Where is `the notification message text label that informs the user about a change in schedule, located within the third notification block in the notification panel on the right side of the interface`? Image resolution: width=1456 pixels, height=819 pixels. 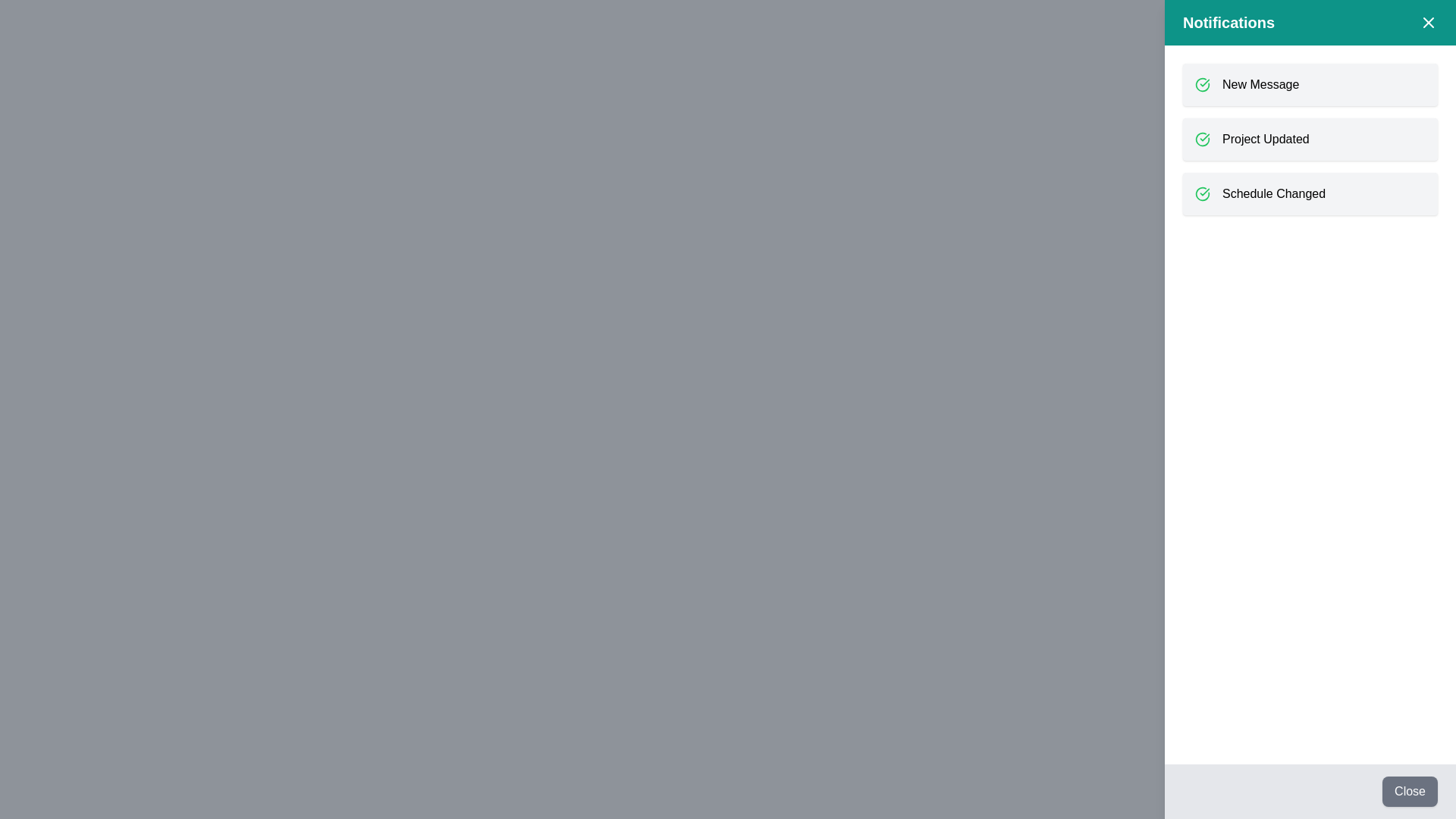
the notification message text label that informs the user about a change in schedule, located within the third notification block in the notification panel on the right side of the interface is located at coordinates (1274, 193).